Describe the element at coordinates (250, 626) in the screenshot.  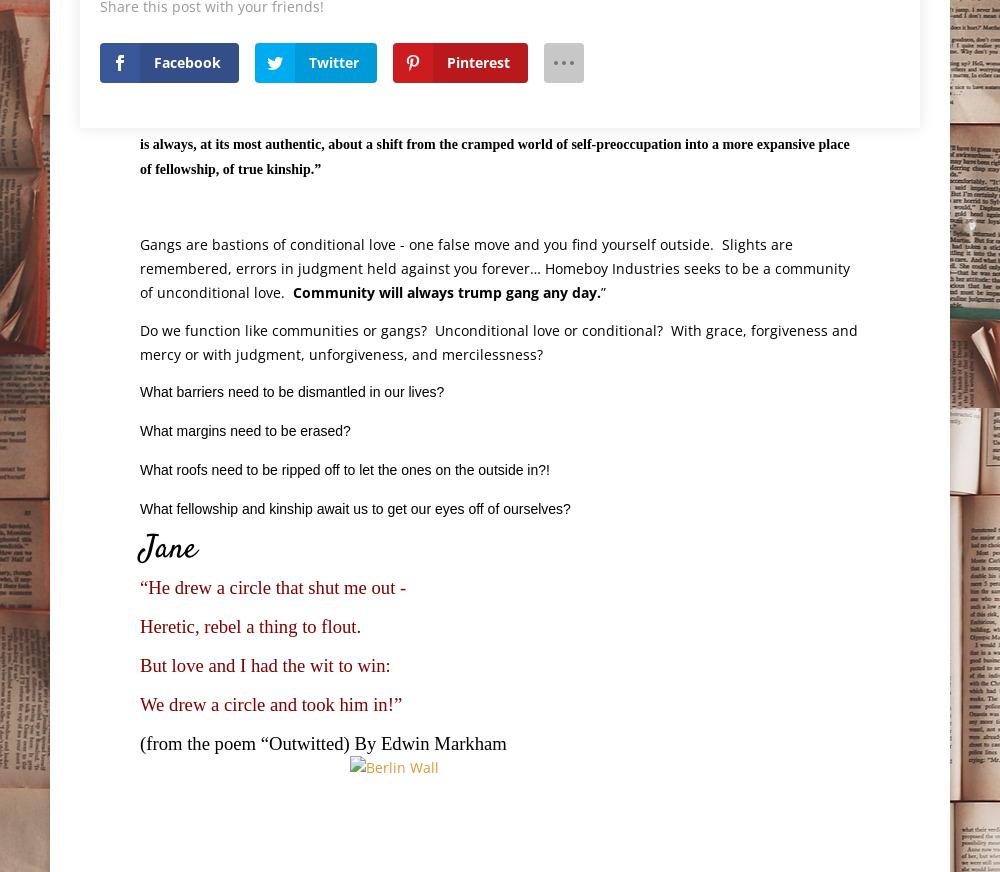
I see `'Heretic, rebel a thing to flout.'` at that location.